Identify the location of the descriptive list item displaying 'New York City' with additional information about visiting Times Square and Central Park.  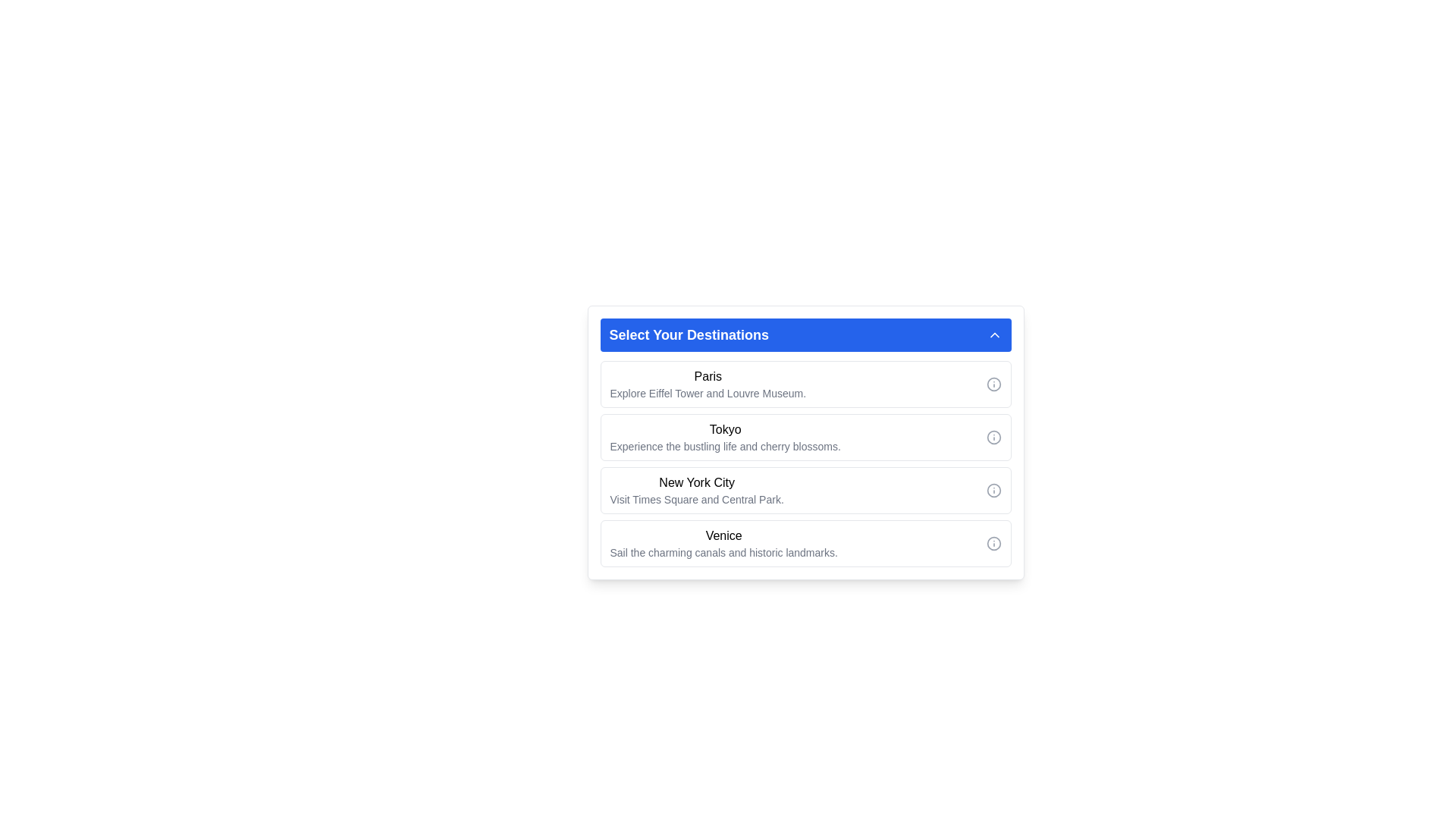
(696, 491).